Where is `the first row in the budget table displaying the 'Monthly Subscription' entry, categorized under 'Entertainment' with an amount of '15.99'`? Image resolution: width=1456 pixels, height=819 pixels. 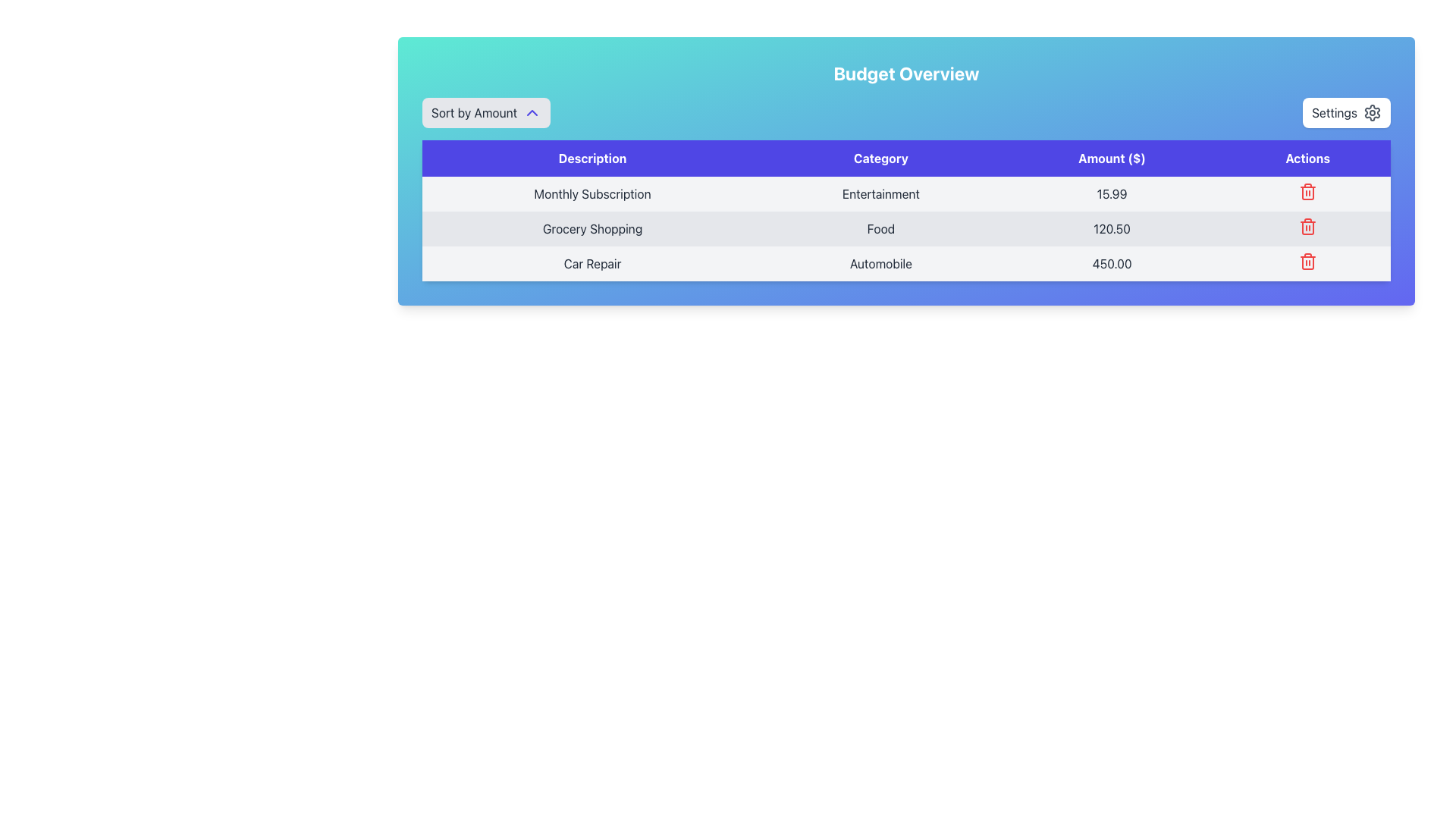
the first row in the budget table displaying the 'Monthly Subscription' entry, categorized under 'Entertainment' with an amount of '15.99' is located at coordinates (906, 193).